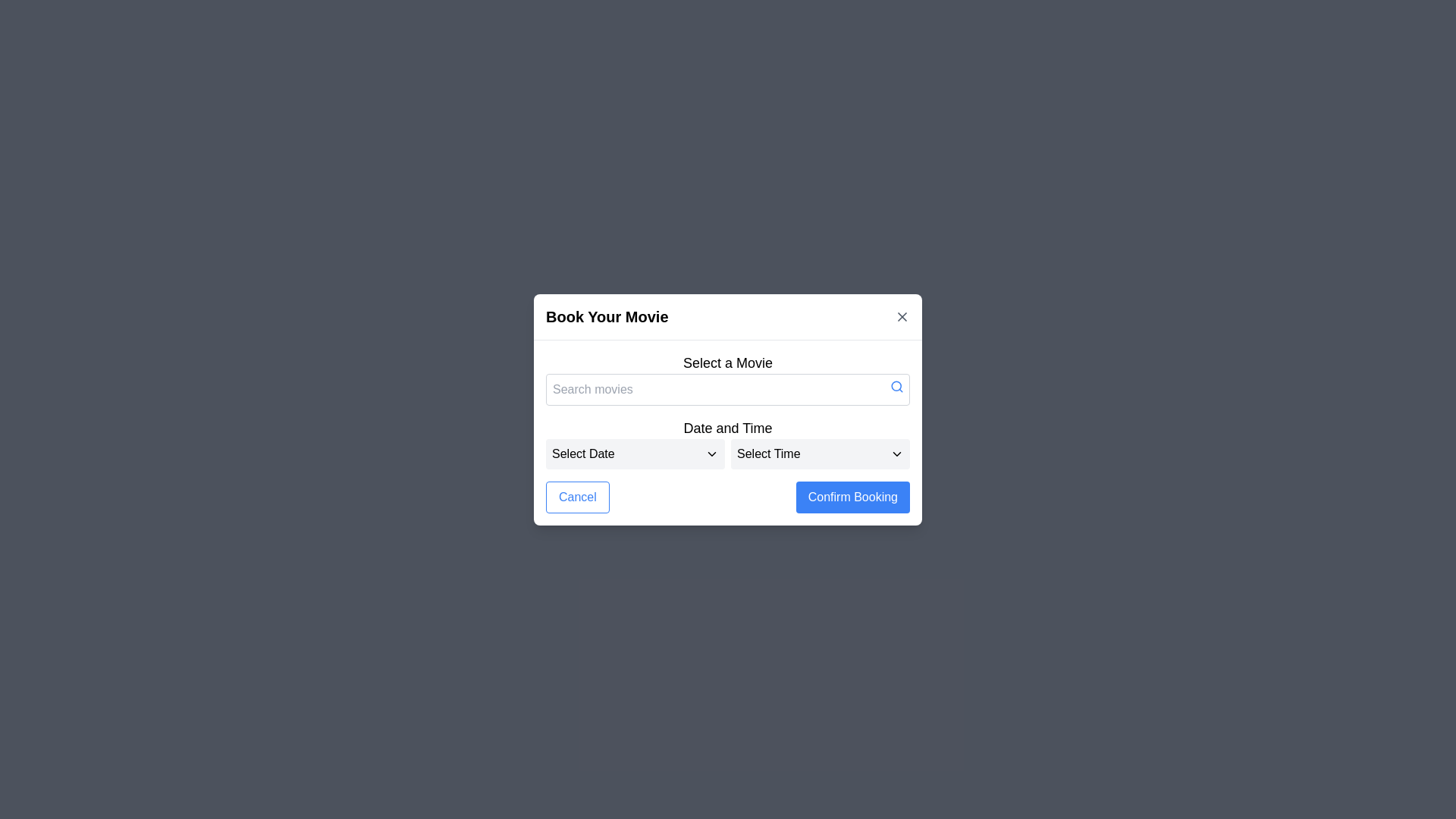 The width and height of the screenshot is (1456, 819). Describe the element at coordinates (819, 453) in the screenshot. I see `the 'Select Time' dropdown menu trigger, which is a horizontal rectangular section with a light grey background and rounded corners` at that location.